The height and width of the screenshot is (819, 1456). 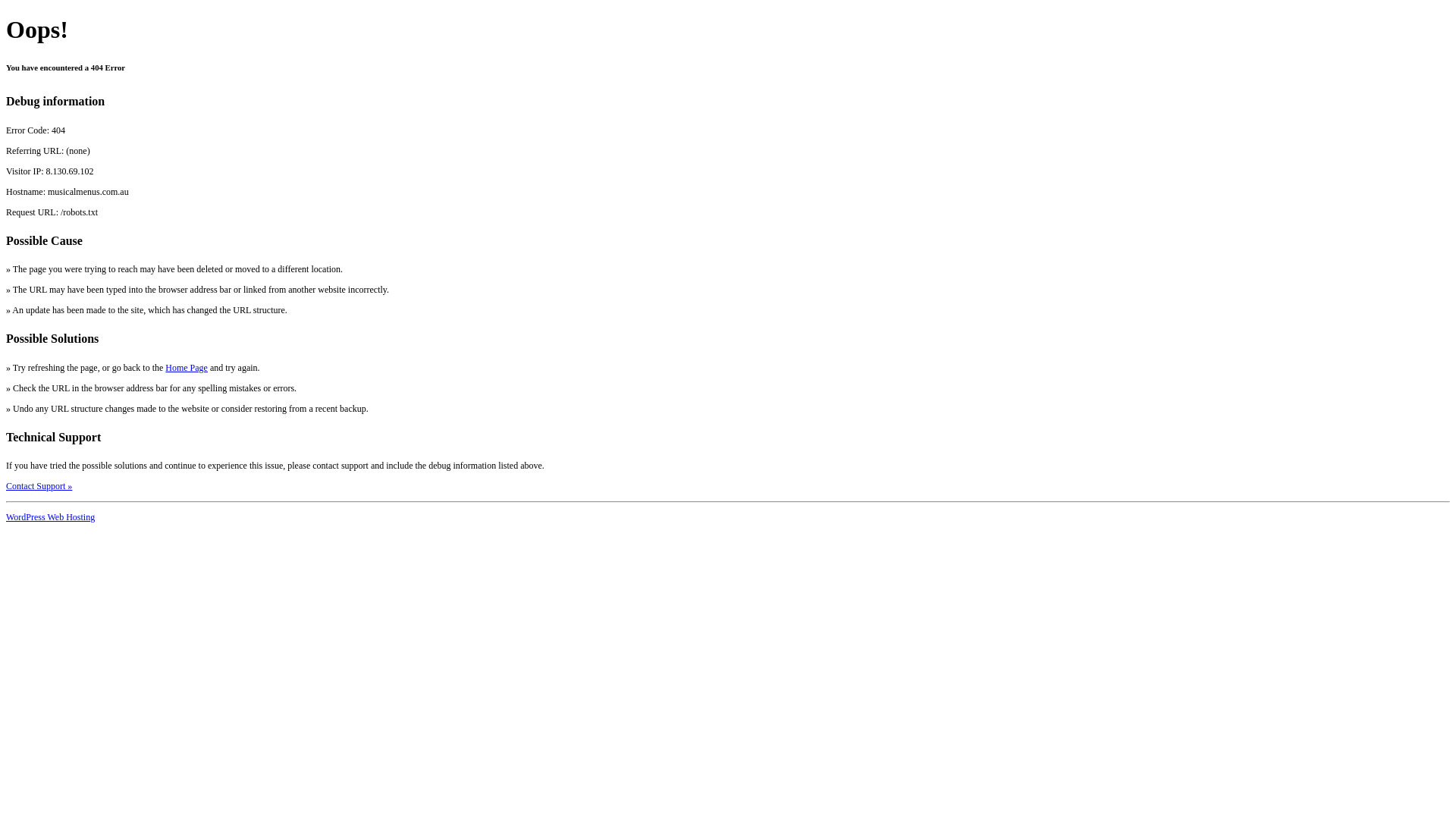 What do you see at coordinates (50, 516) in the screenshot?
I see `'WordPress Web Hosting'` at bounding box center [50, 516].